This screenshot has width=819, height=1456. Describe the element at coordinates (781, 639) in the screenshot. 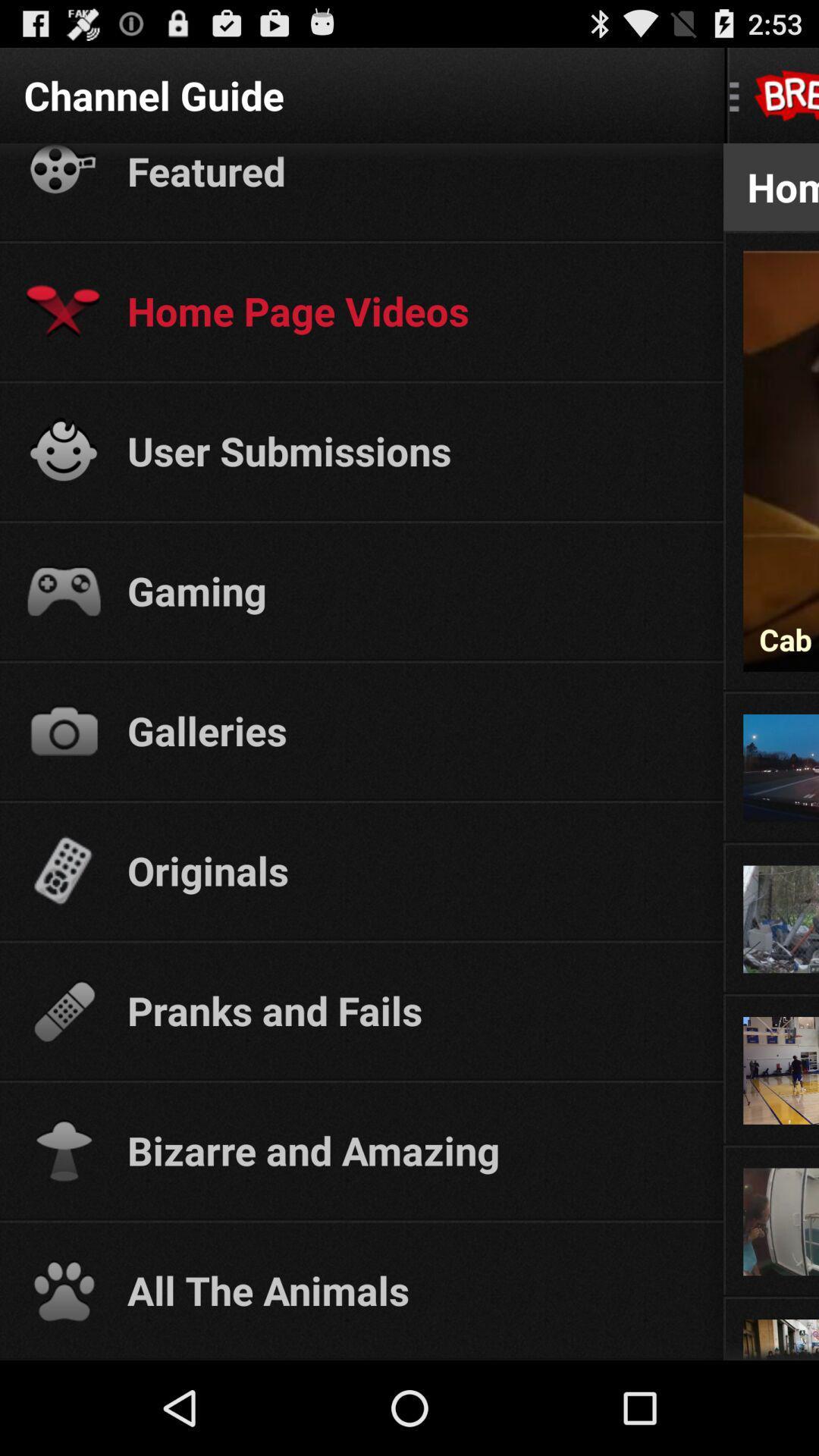

I see `cab driver claims` at that location.